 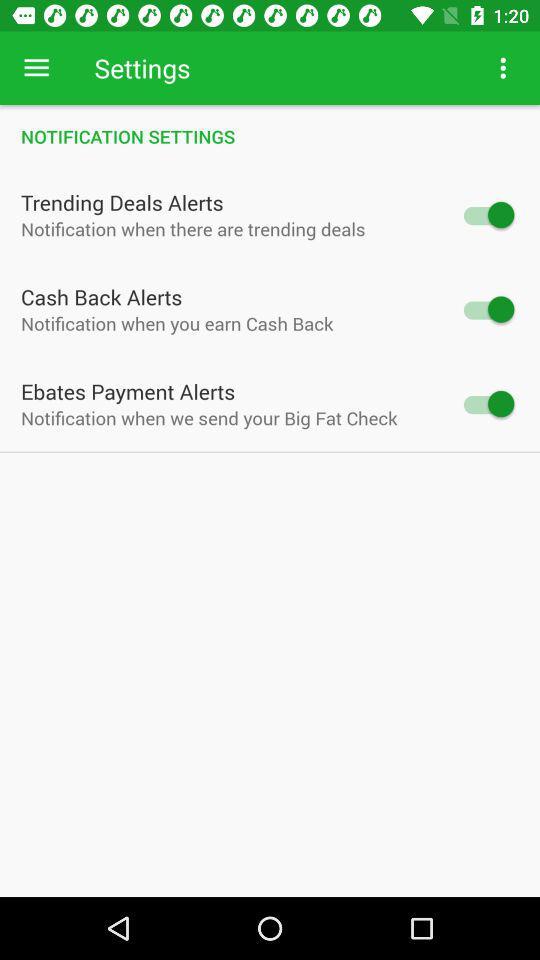 What do you see at coordinates (270, 135) in the screenshot?
I see `notification settings item` at bounding box center [270, 135].